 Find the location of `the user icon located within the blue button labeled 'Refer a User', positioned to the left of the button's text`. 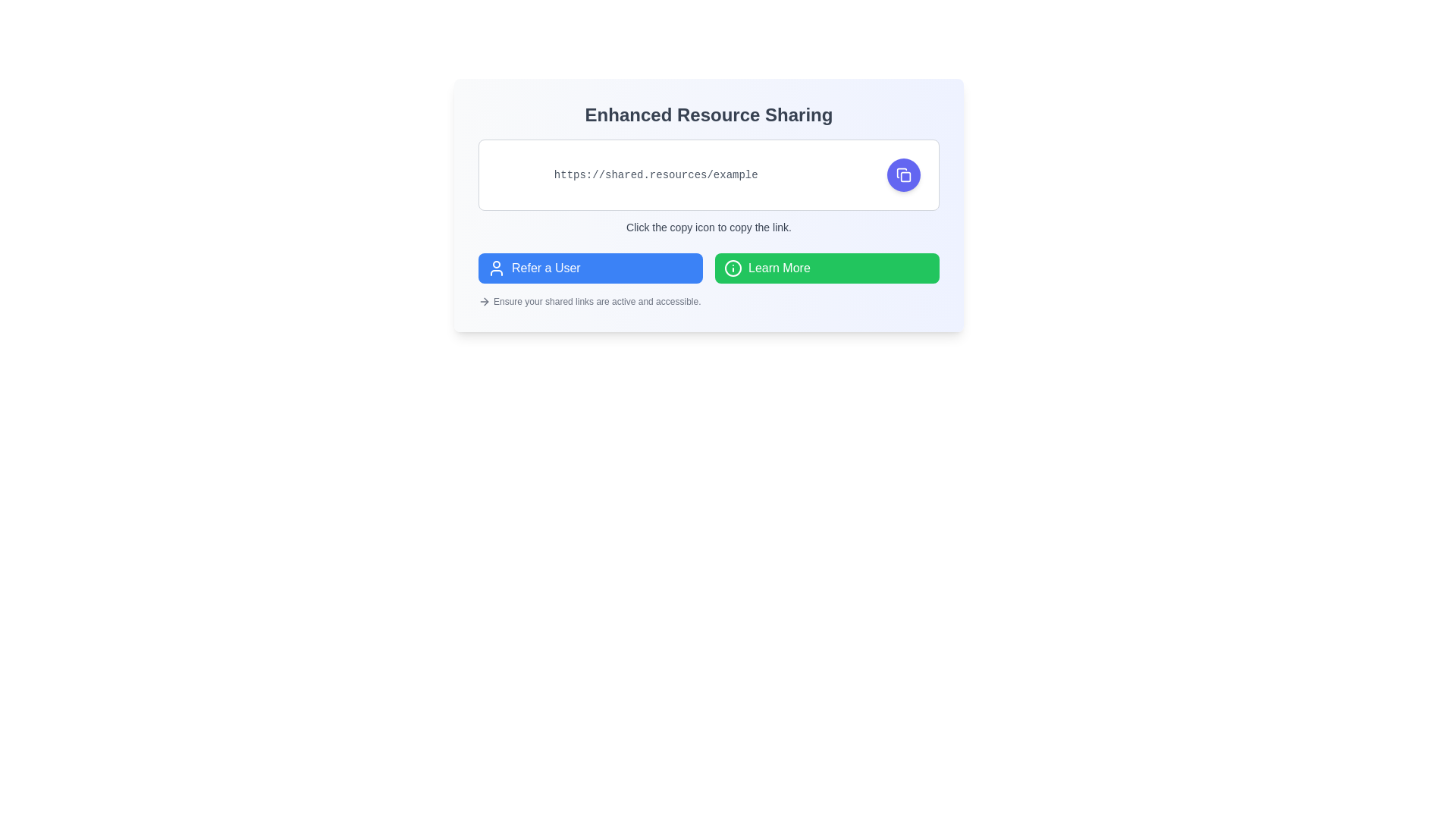

the user icon located within the blue button labeled 'Refer a User', positioned to the left of the button's text is located at coordinates (496, 268).